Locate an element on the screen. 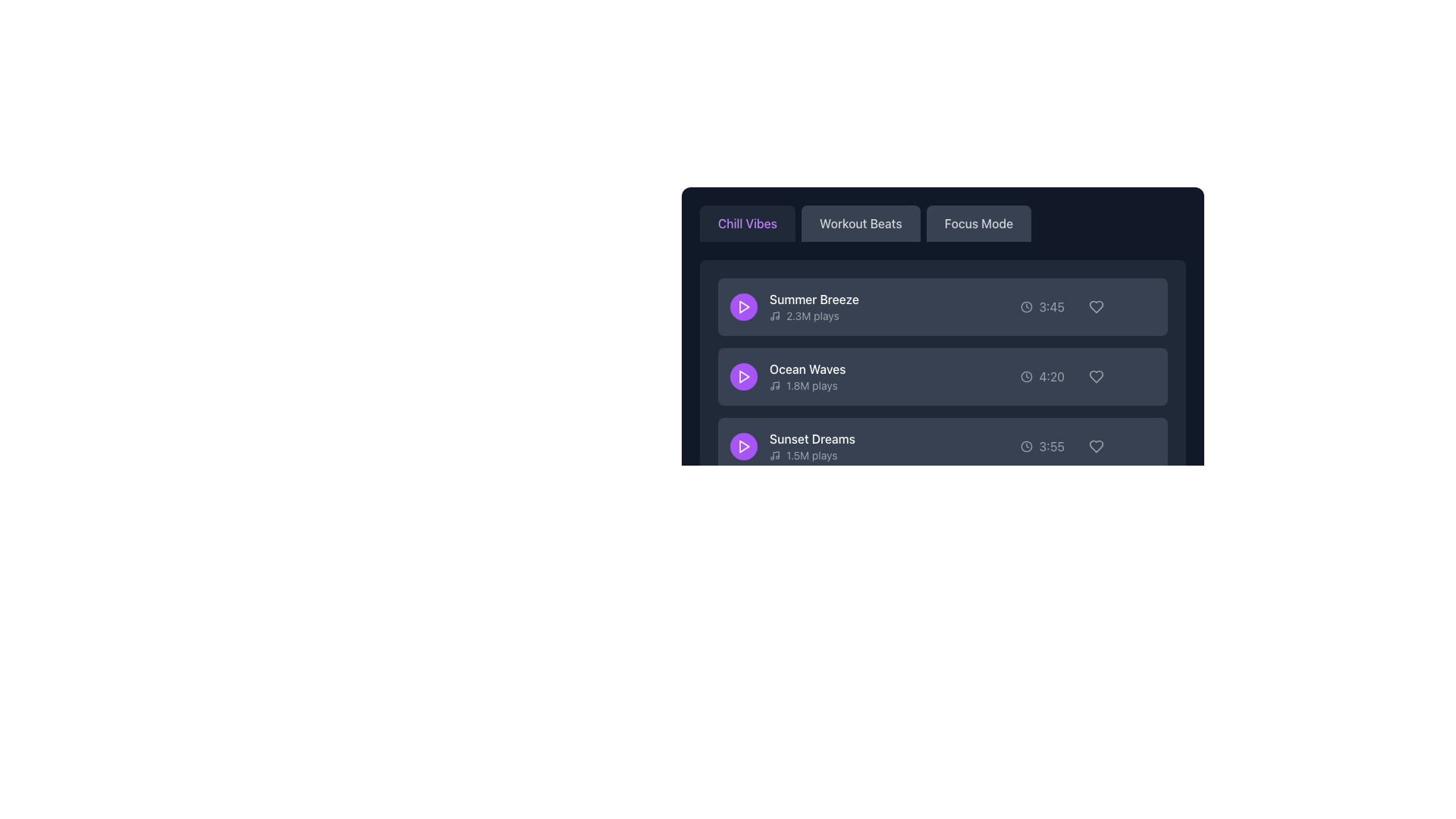 This screenshot has width=1456, height=819. the music icon that signifies the track 'Summer Breeze', located to the left of '2.3M plays' is located at coordinates (775, 315).